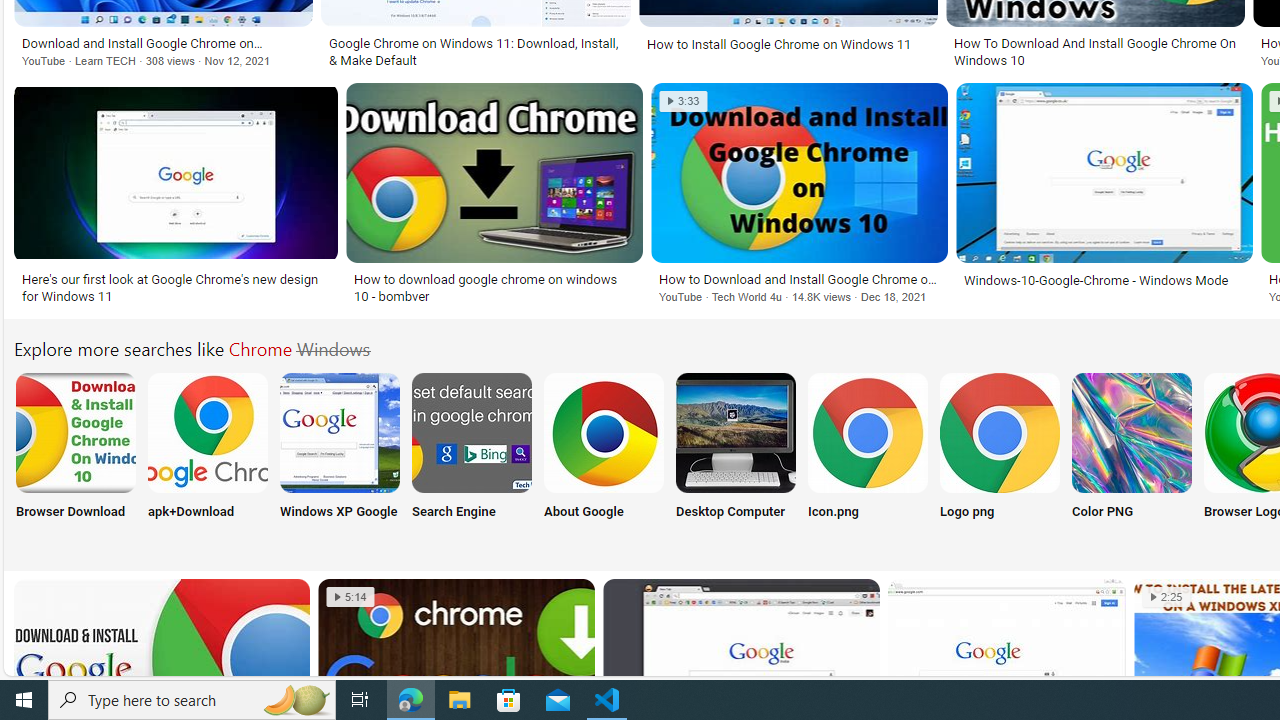  What do you see at coordinates (735, 431) in the screenshot?
I see `'Chrome Desktop Computer'` at bounding box center [735, 431].